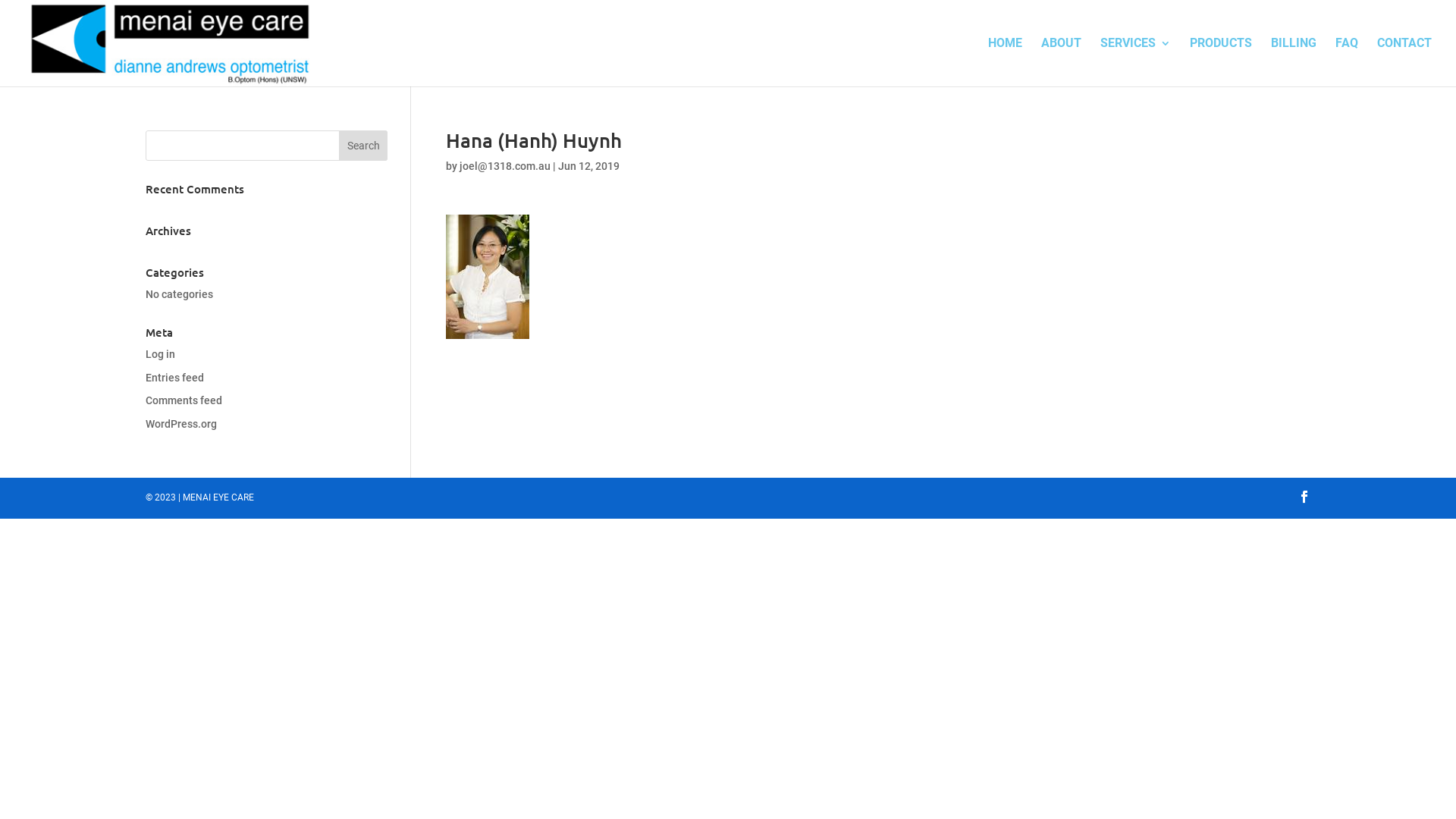 The width and height of the screenshot is (1456, 819). What do you see at coordinates (1347, 61) in the screenshot?
I see `'FAQ'` at bounding box center [1347, 61].